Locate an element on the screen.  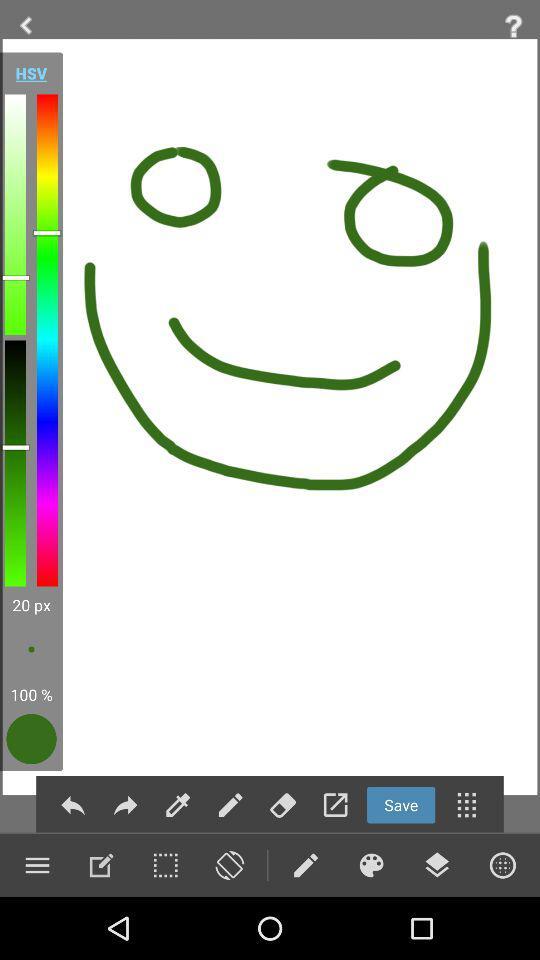
the edit icon is located at coordinates (229, 805).